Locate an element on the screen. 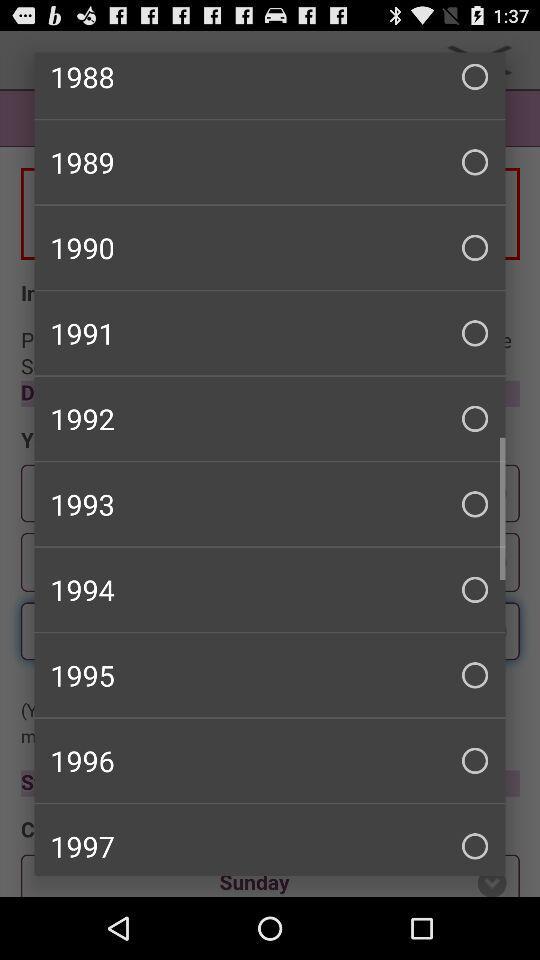 This screenshot has width=540, height=960. 1992 icon is located at coordinates (270, 417).